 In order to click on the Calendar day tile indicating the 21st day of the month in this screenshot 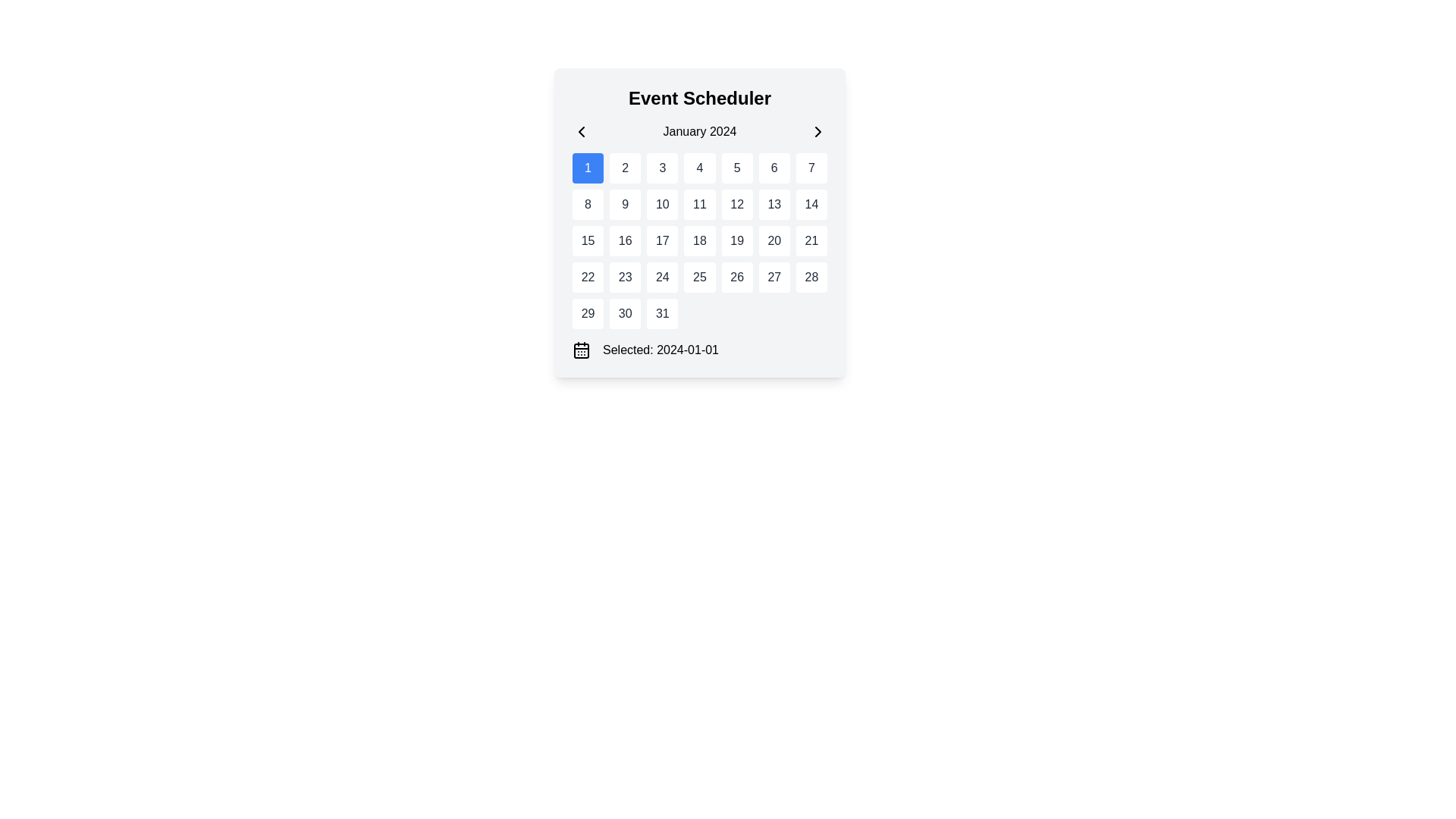, I will do `click(811, 240)`.